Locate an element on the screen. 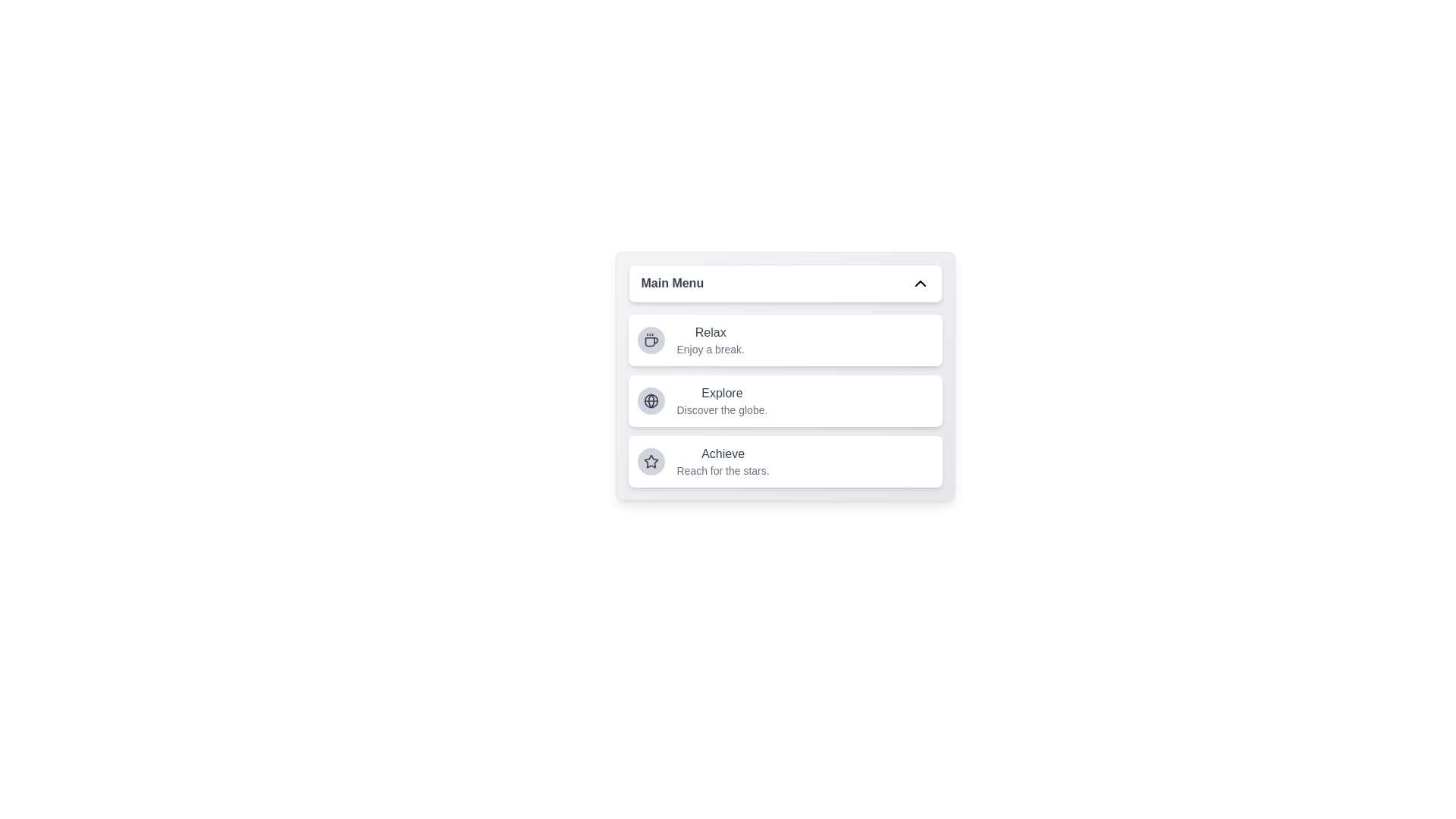 The image size is (1456, 819). the menu item corresponding to Achieve is located at coordinates (785, 461).